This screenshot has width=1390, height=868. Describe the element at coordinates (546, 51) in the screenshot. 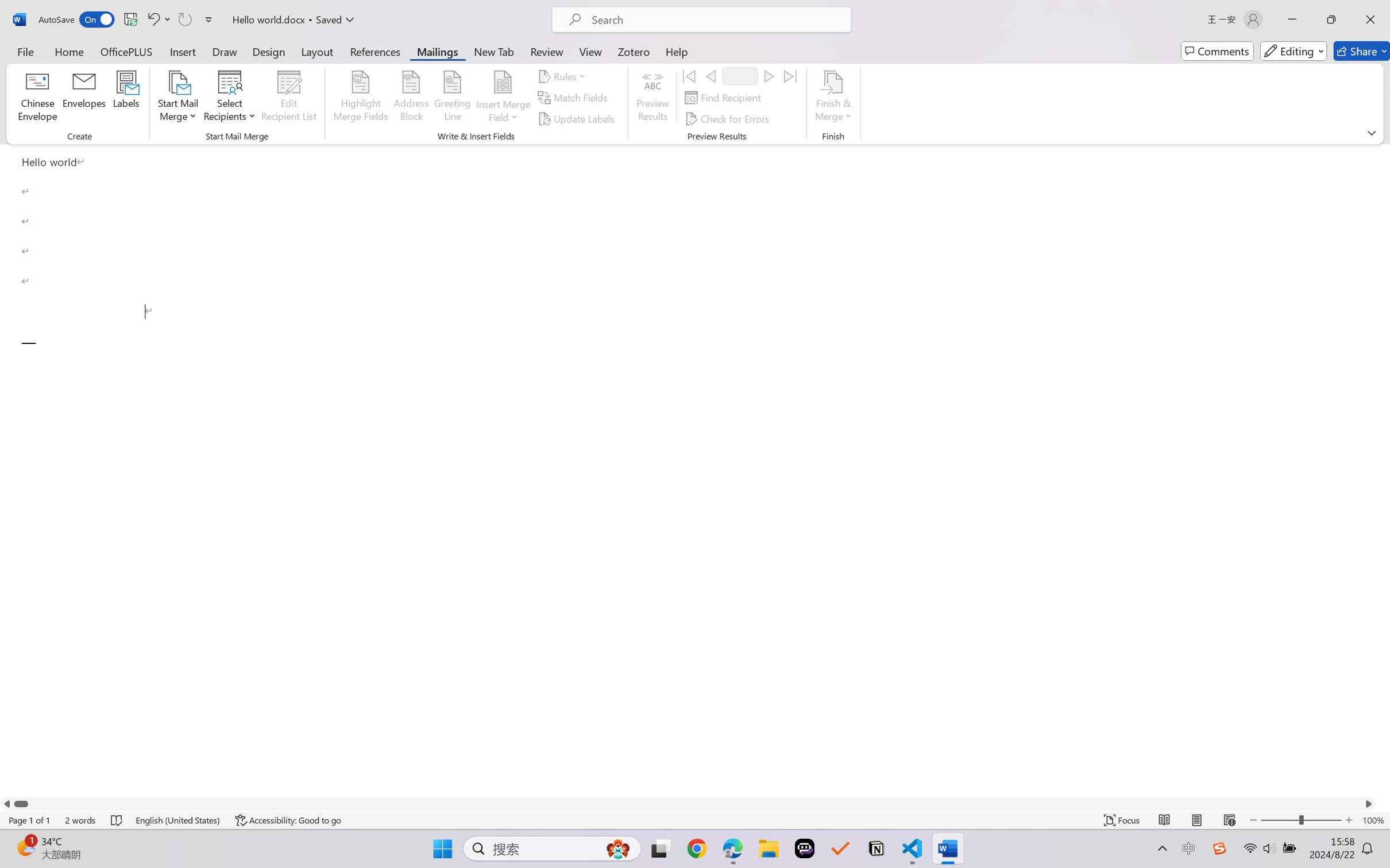

I see `'Review'` at that location.